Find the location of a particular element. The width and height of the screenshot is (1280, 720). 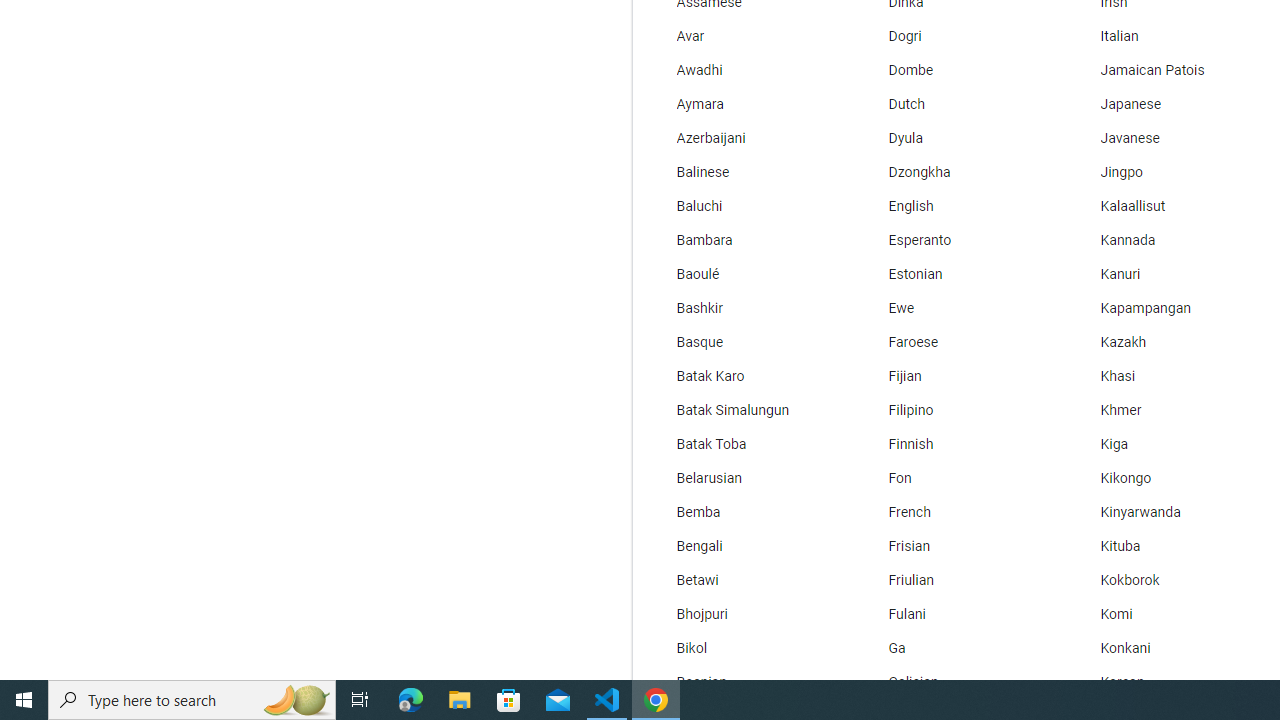

'Bikol' is located at coordinates (744, 649).